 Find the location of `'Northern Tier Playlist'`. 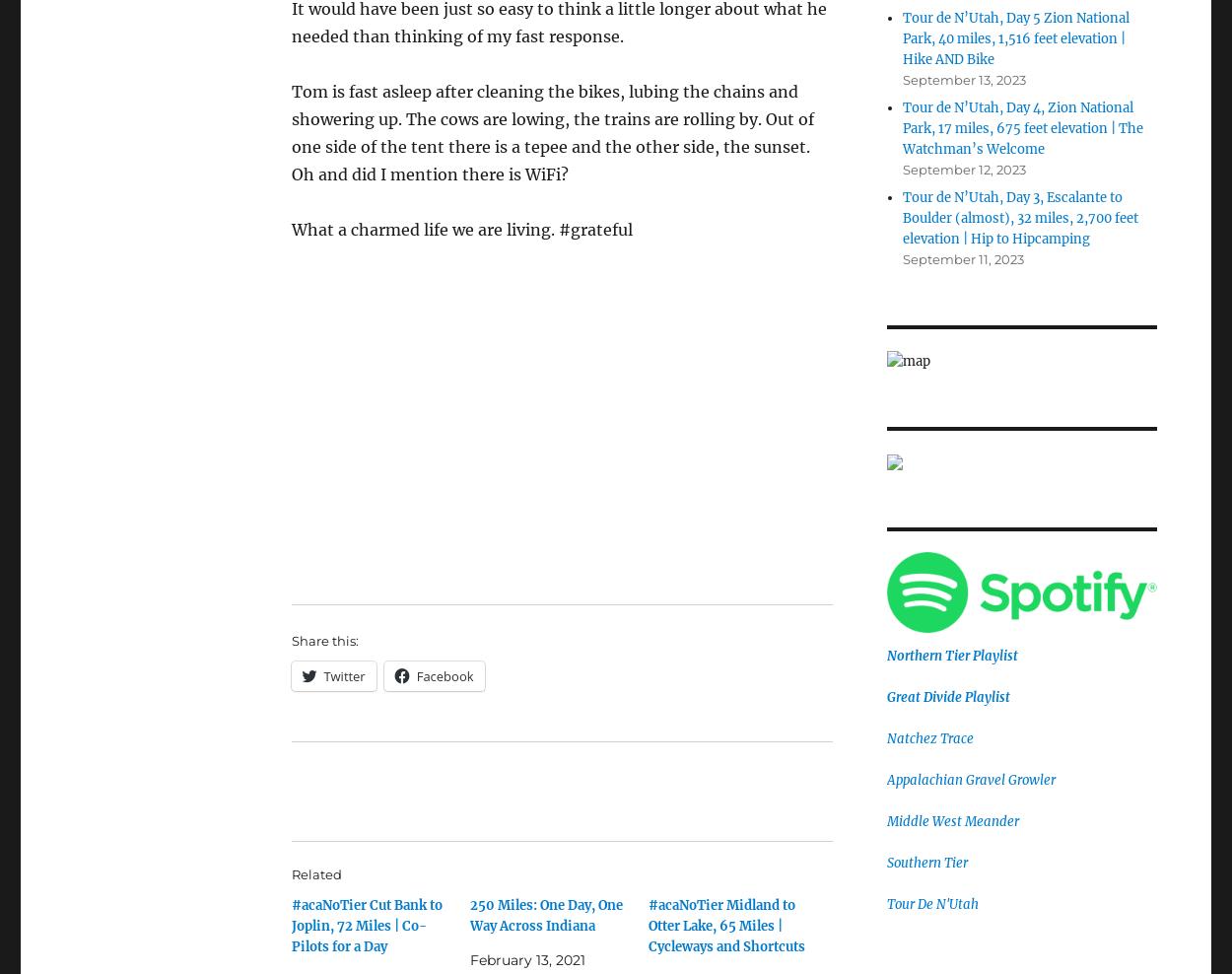

'Northern Tier Playlist' is located at coordinates (950, 655).